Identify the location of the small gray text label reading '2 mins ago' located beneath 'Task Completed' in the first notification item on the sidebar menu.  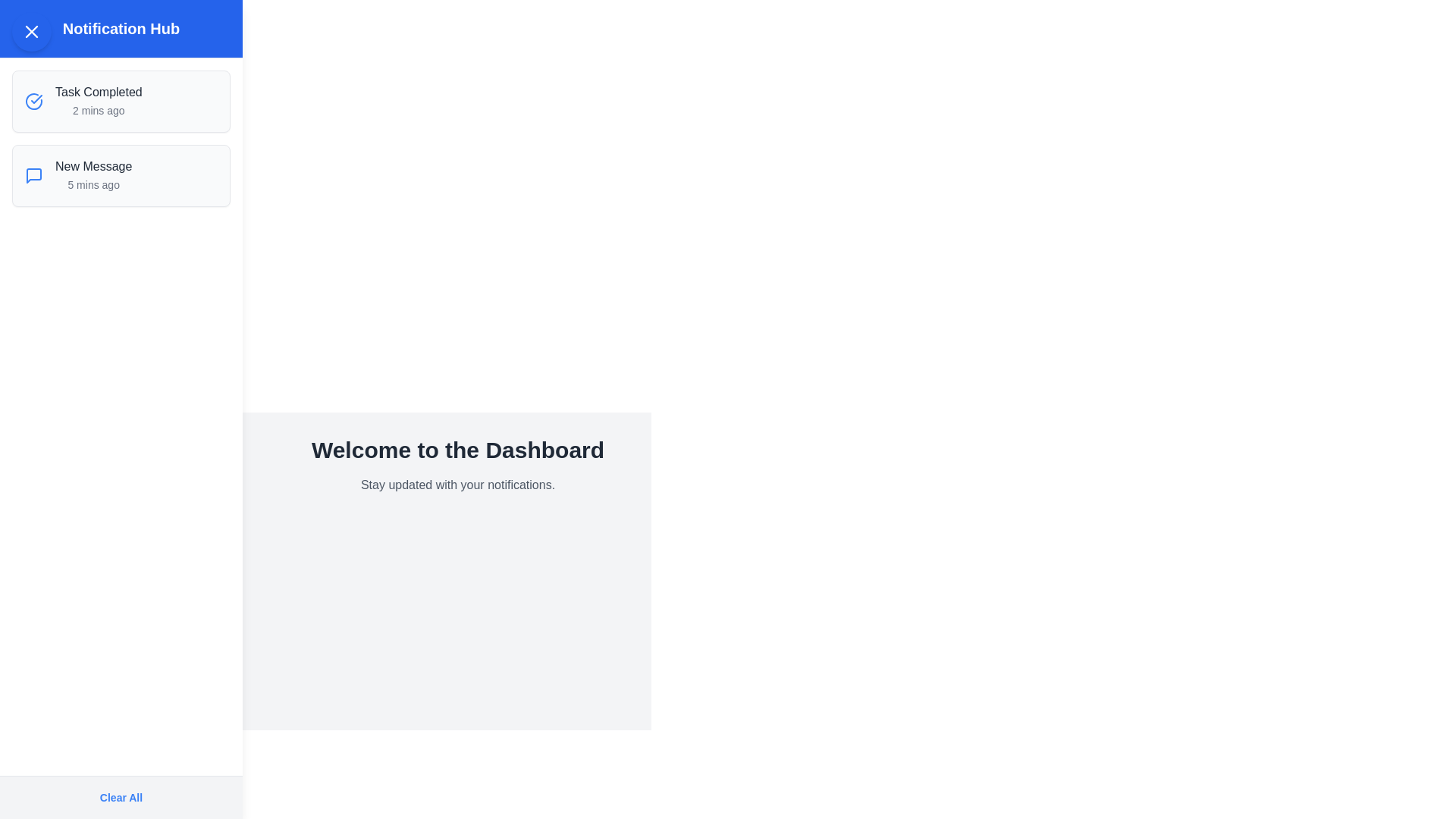
(98, 110).